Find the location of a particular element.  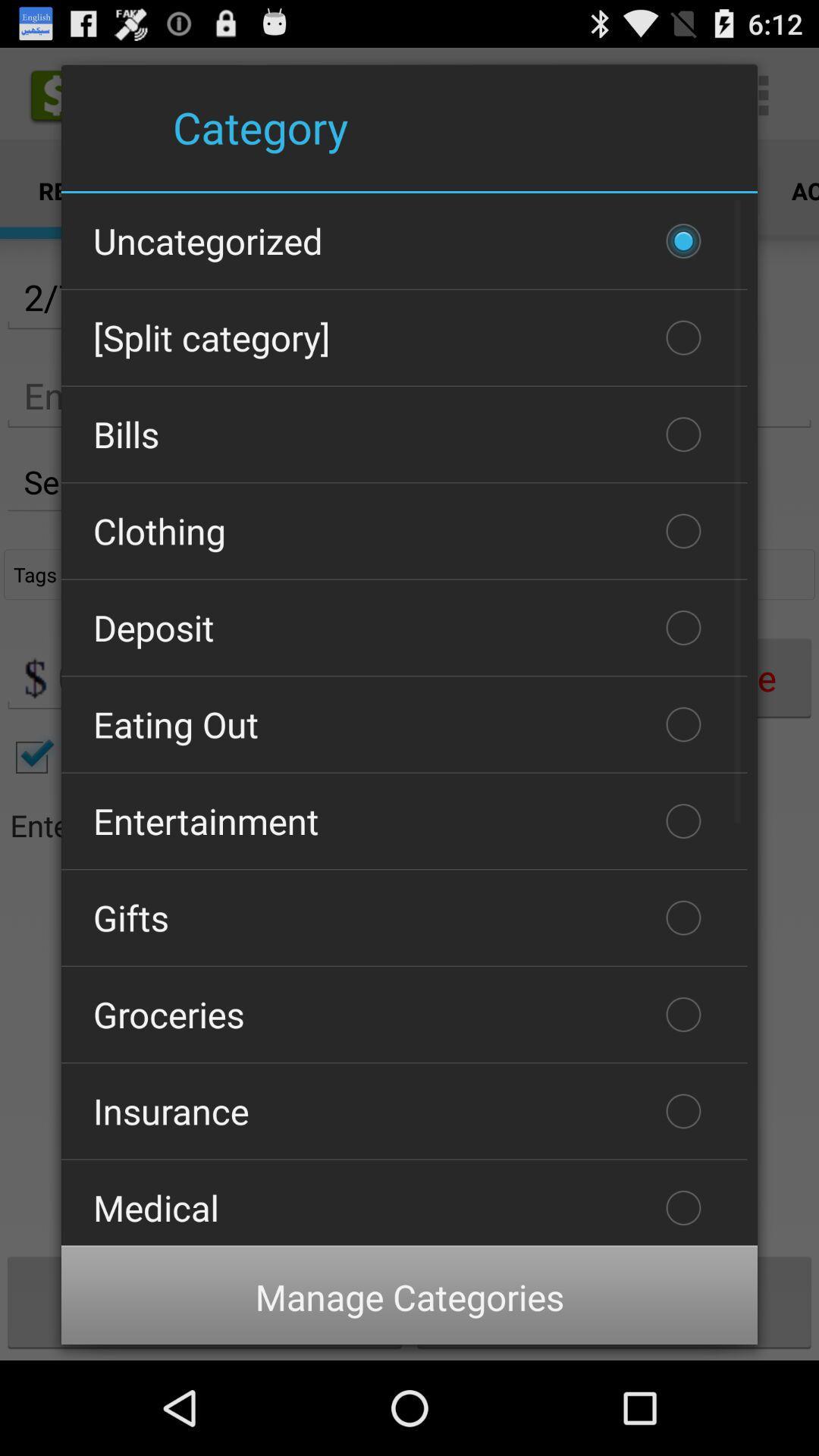

the item below the insurance icon is located at coordinates (403, 1201).